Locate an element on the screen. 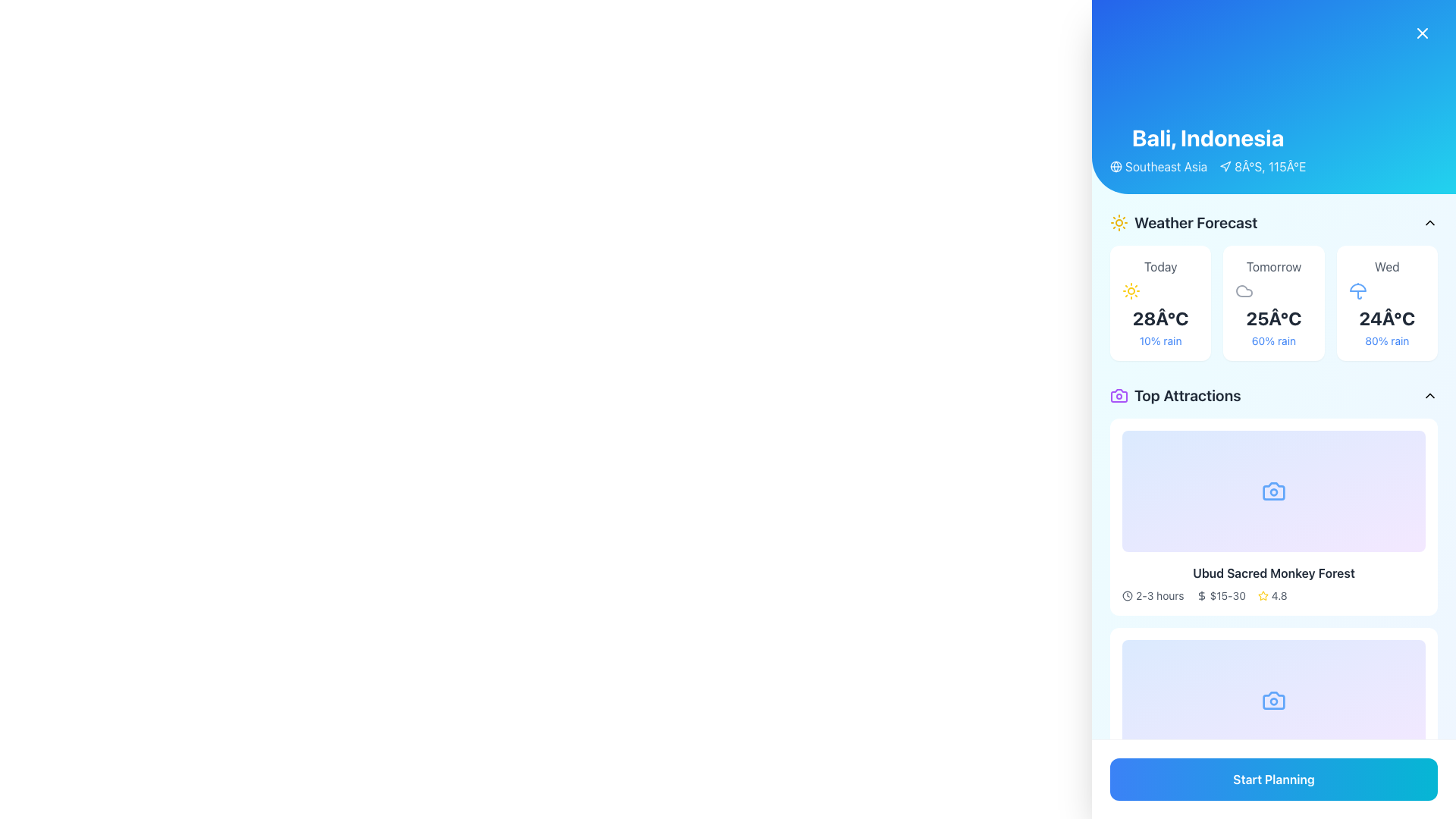 The width and height of the screenshot is (1456, 819). the text element that represents the estimated duration of an activity or visit, indicating a time range of 2 to 3 hours is located at coordinates (1153, 595).